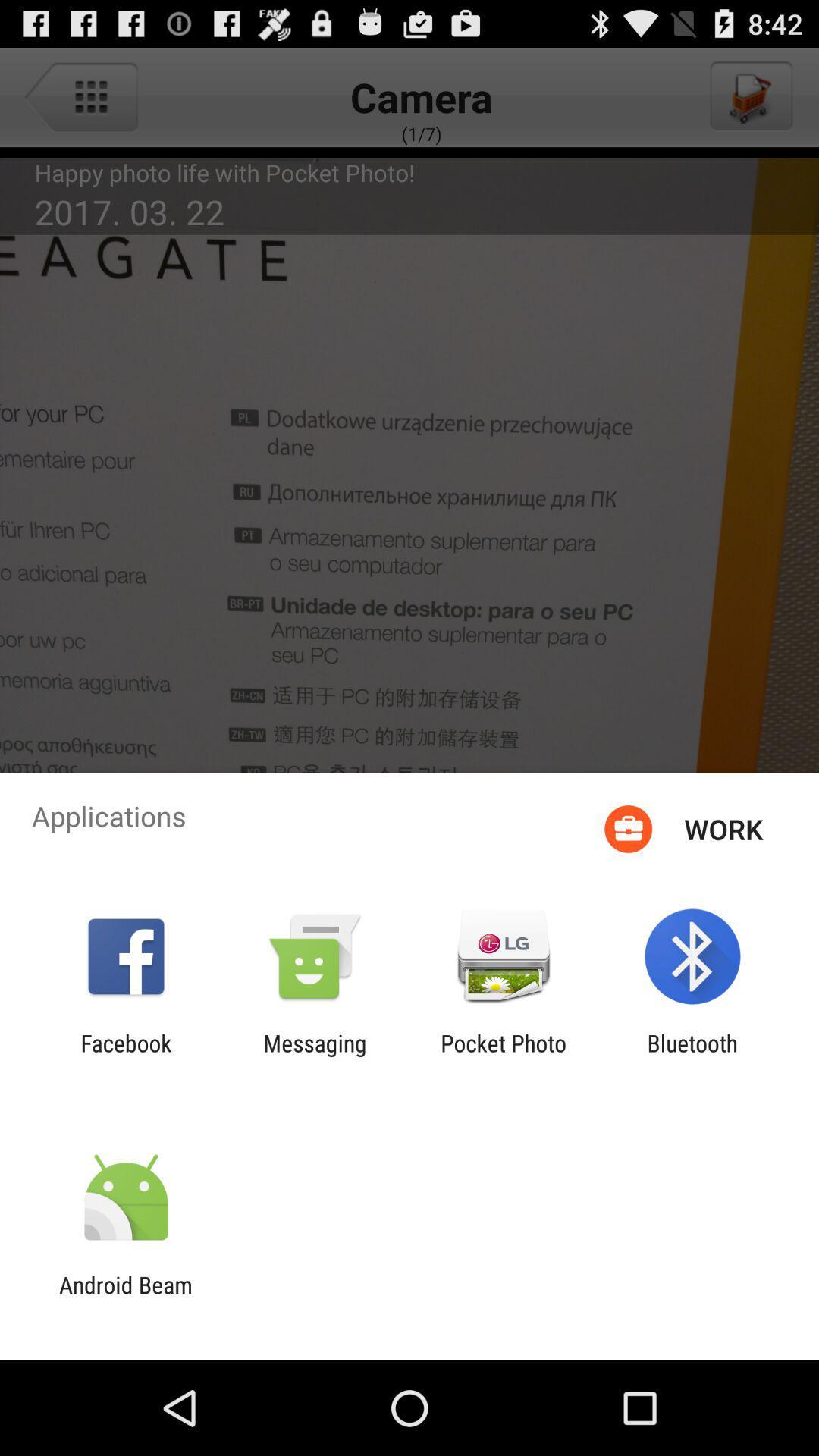 The width and height of the screenshot is (819, 1456). Describe the element at coordinates (125, 1056) in the screenshot. I see `facebook icon` at that location.